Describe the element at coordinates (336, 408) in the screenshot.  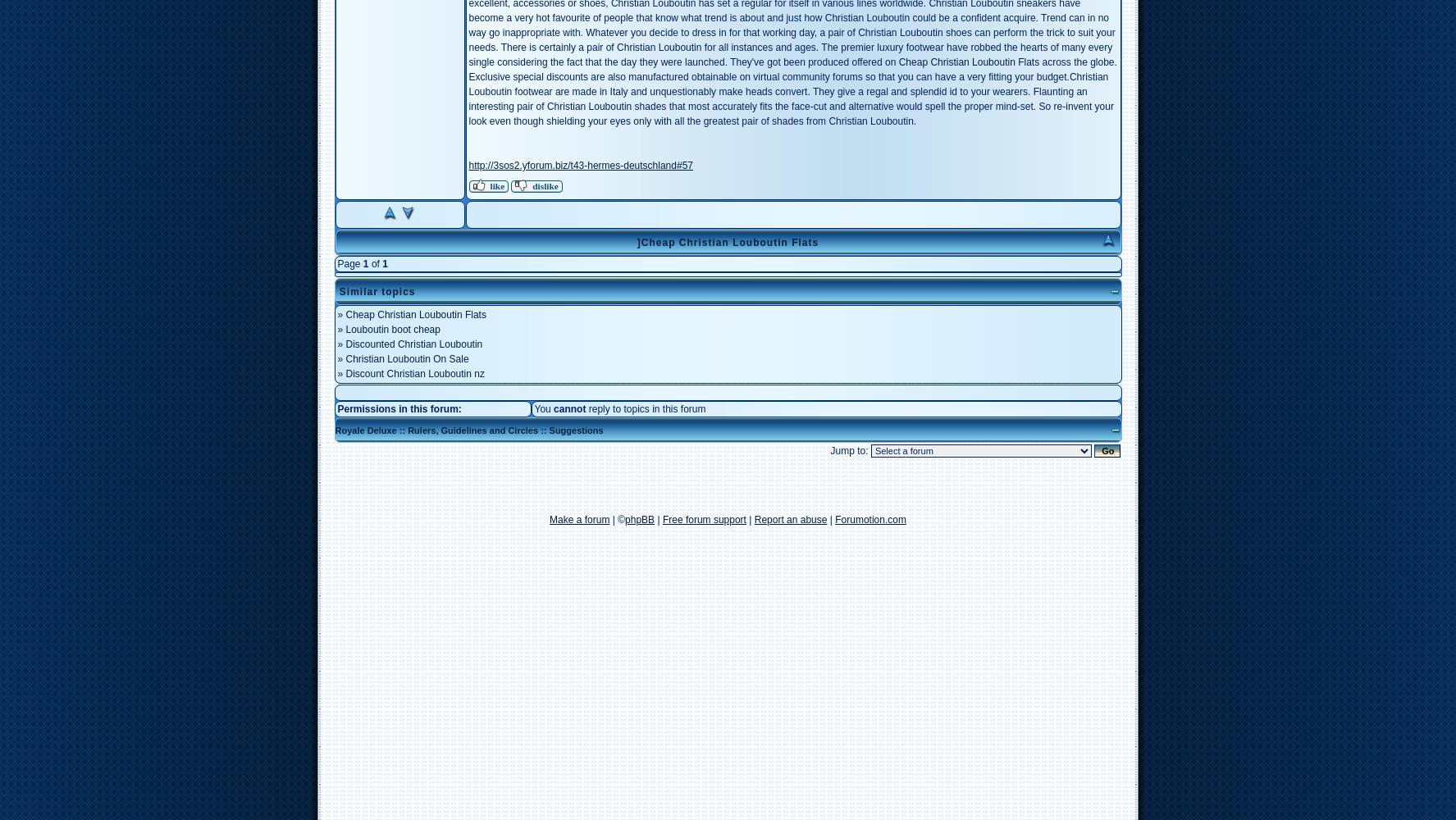
I see `'Permissions in this forum:'` at that location.